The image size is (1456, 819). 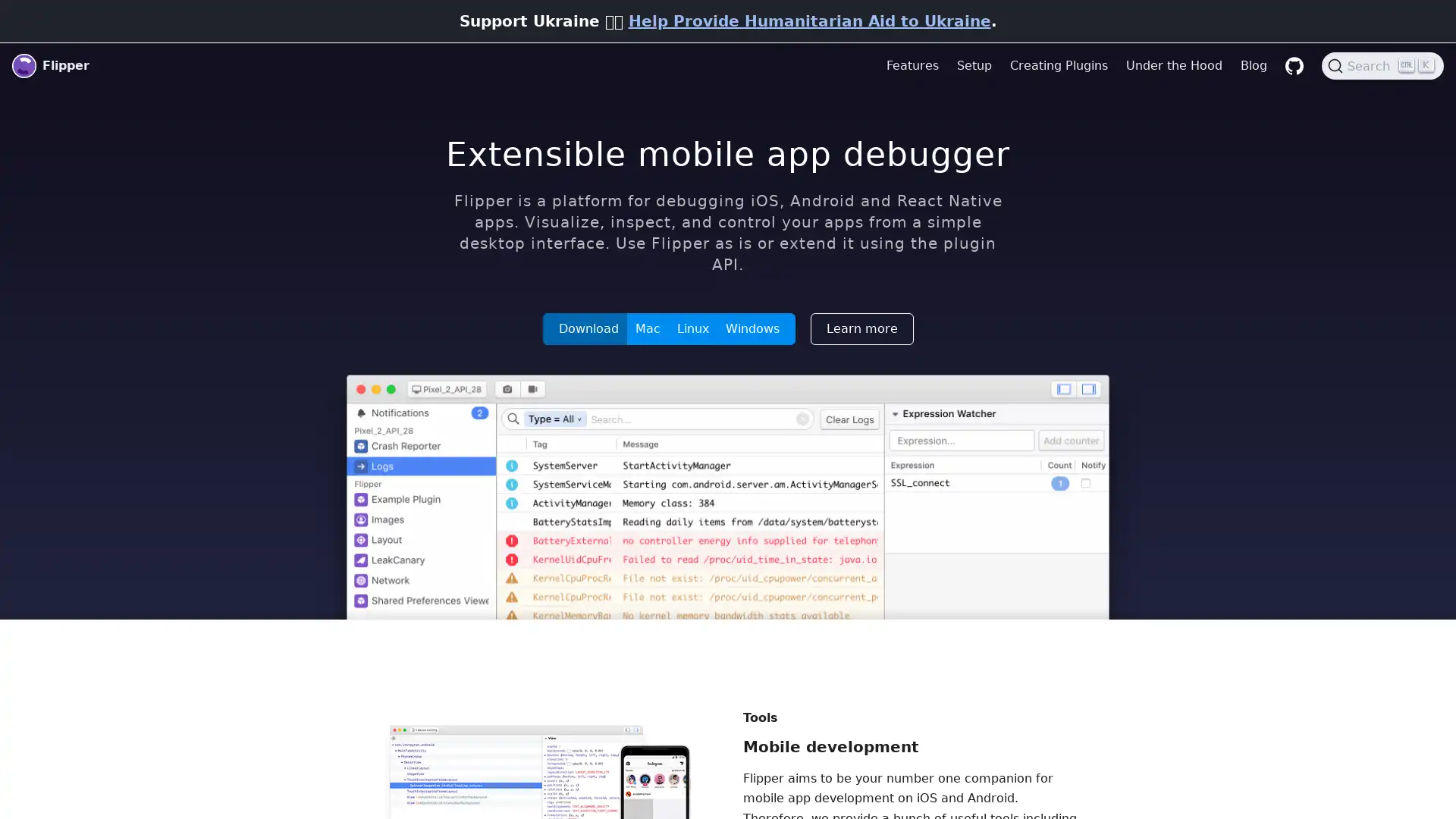 I want to click on Search, so click(x=1382, y=65).